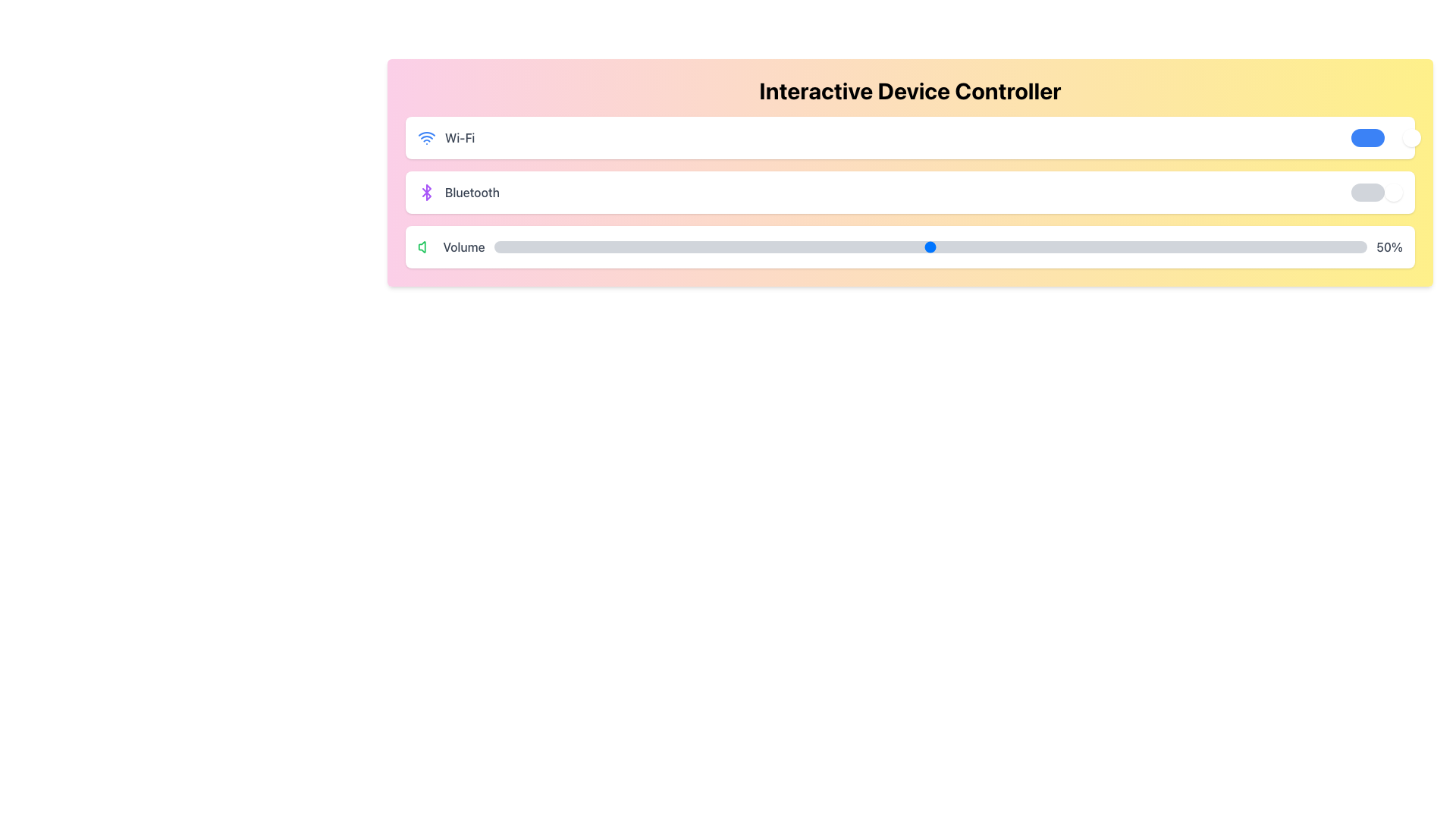 This screenshot has height=819, width=1456. Describe the element at coordinates (642, 246) in the screenshot. I see `volume` at that location.